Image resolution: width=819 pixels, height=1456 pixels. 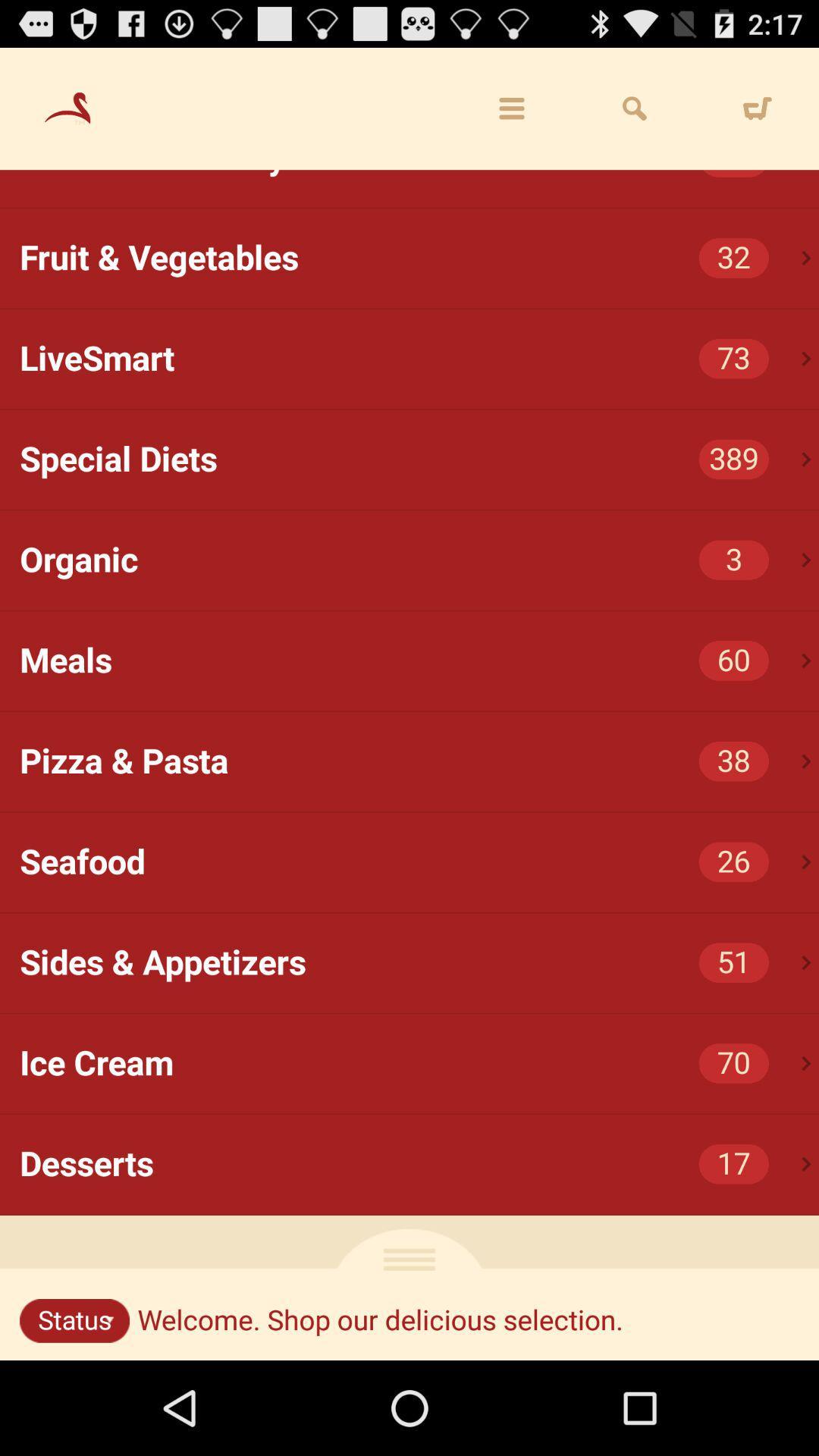 What do you see at coordinates (419, 560) in the screenshot?
I see `organic icon` at bounding box center [419, 560].